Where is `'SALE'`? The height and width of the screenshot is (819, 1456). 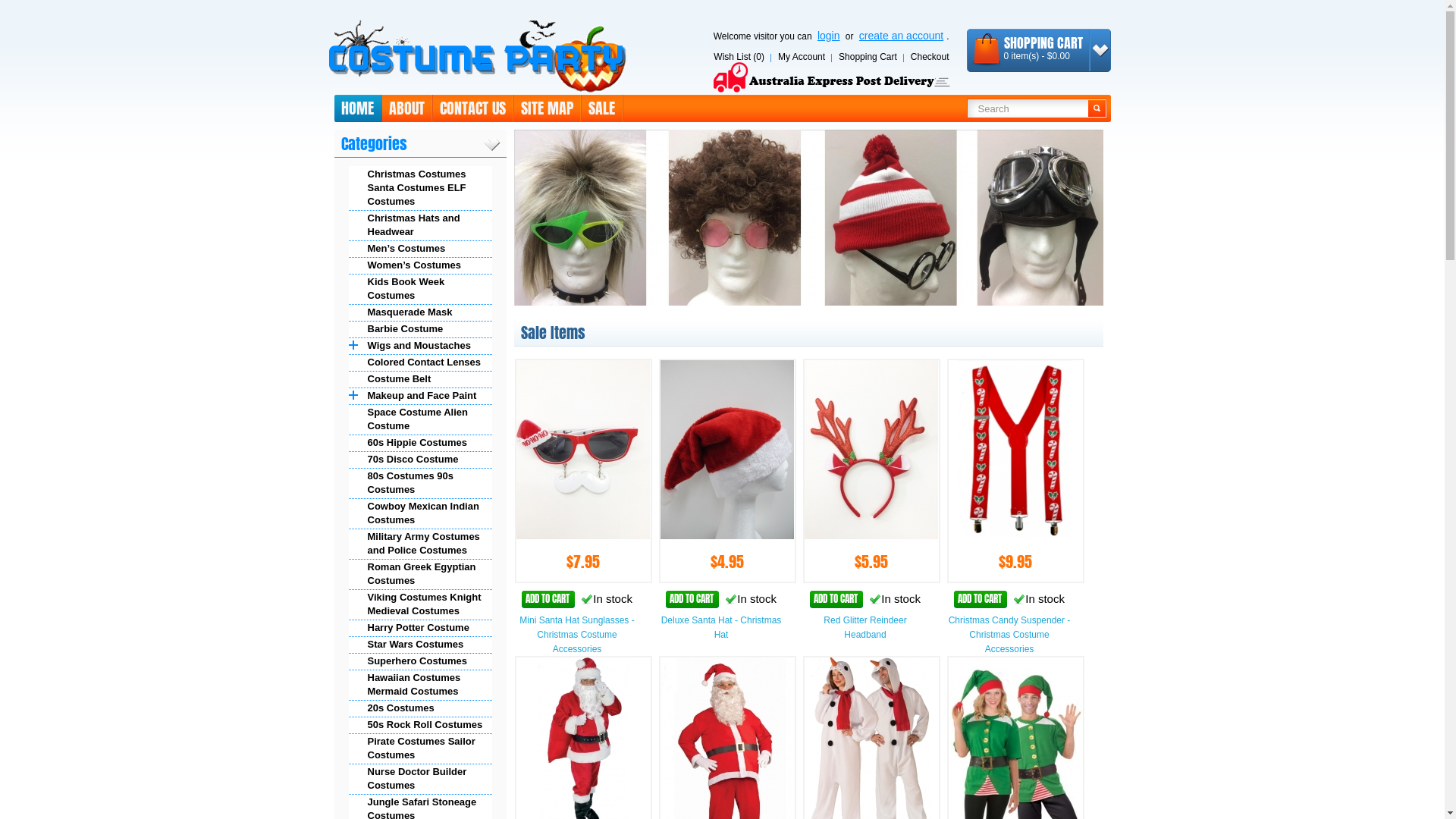 'SALE' is located at coordinates (580, 107).